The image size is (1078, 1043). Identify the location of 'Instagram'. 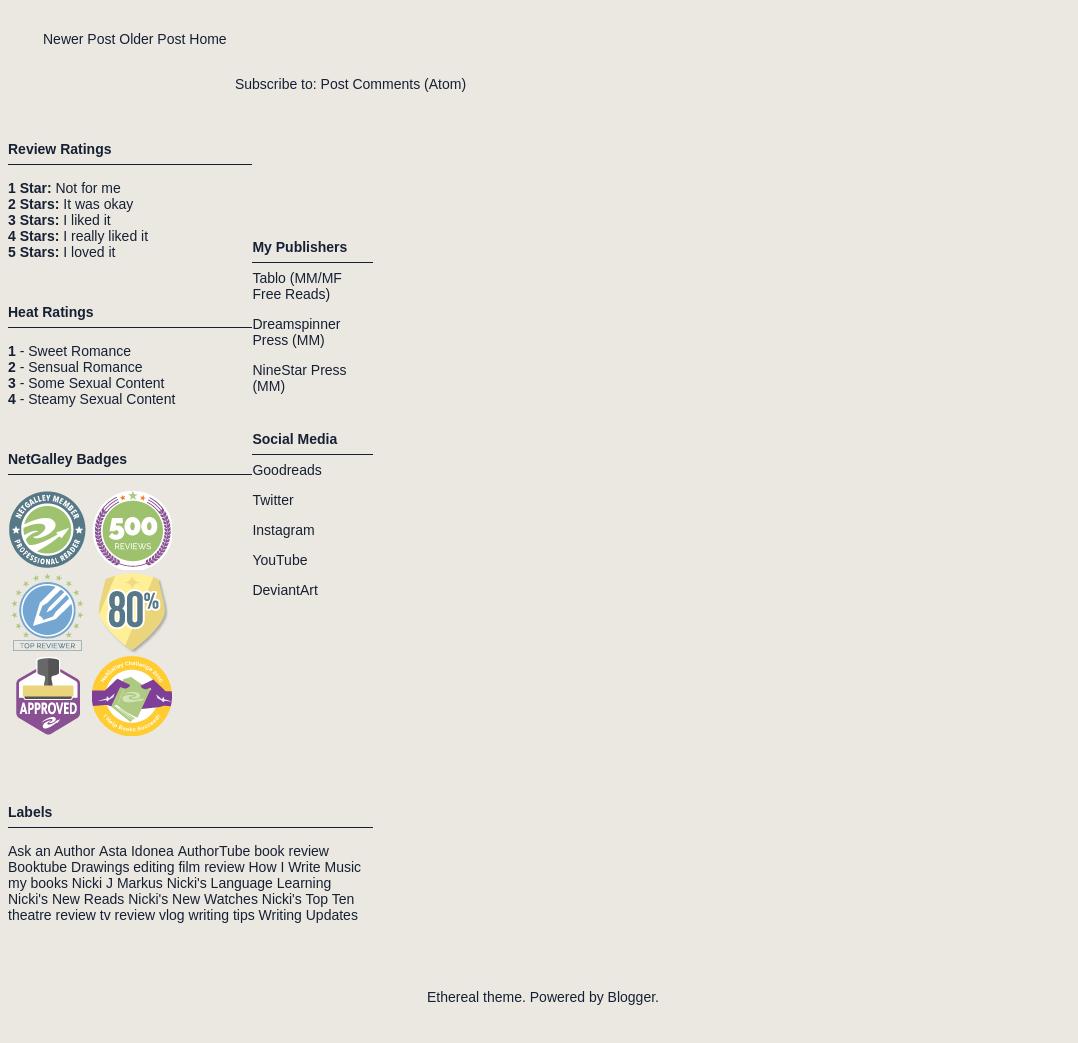
(251, 529).